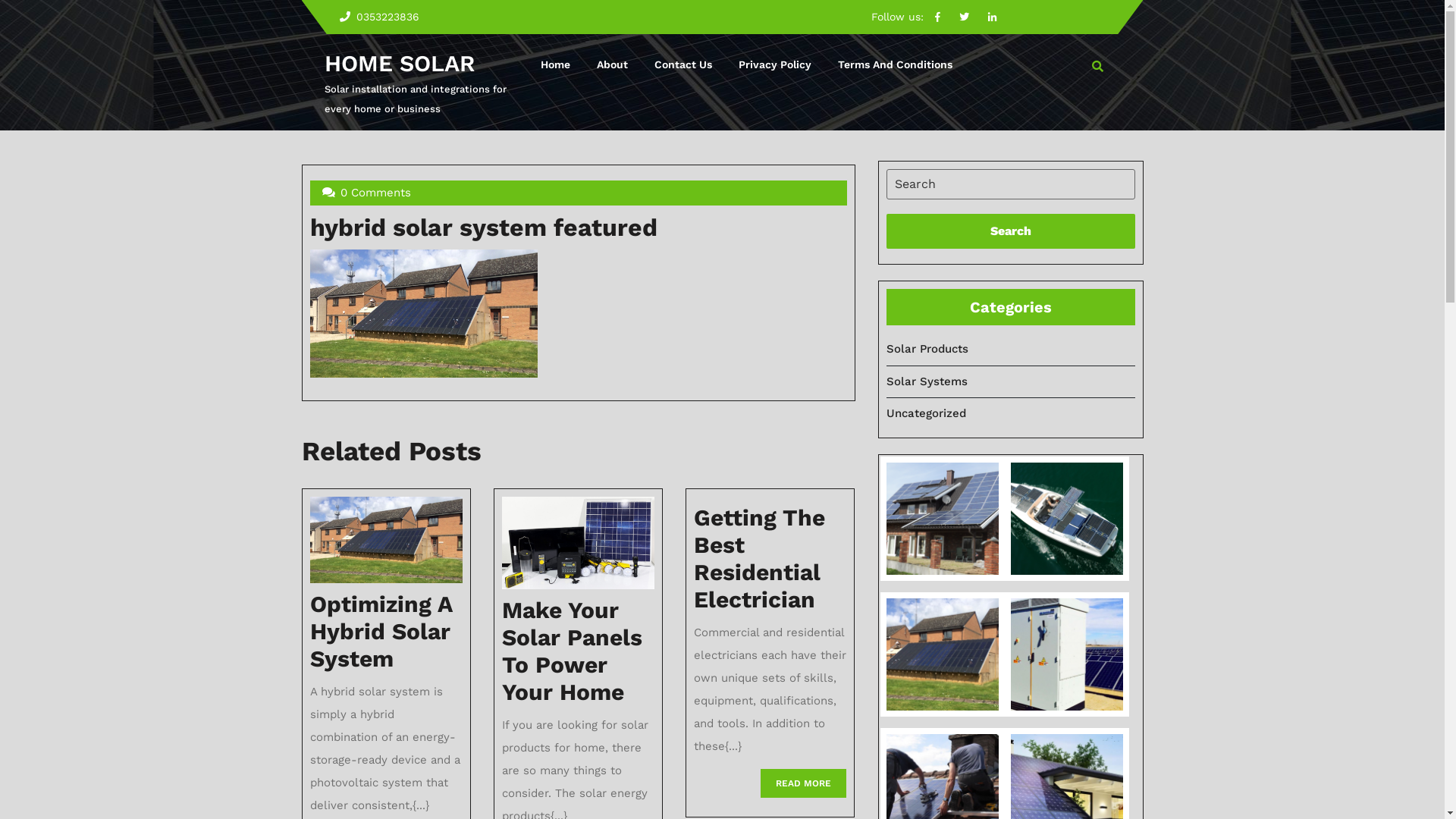 The image size is (1456, 819). I want to click on 'READ MORE, so click(761, 783).